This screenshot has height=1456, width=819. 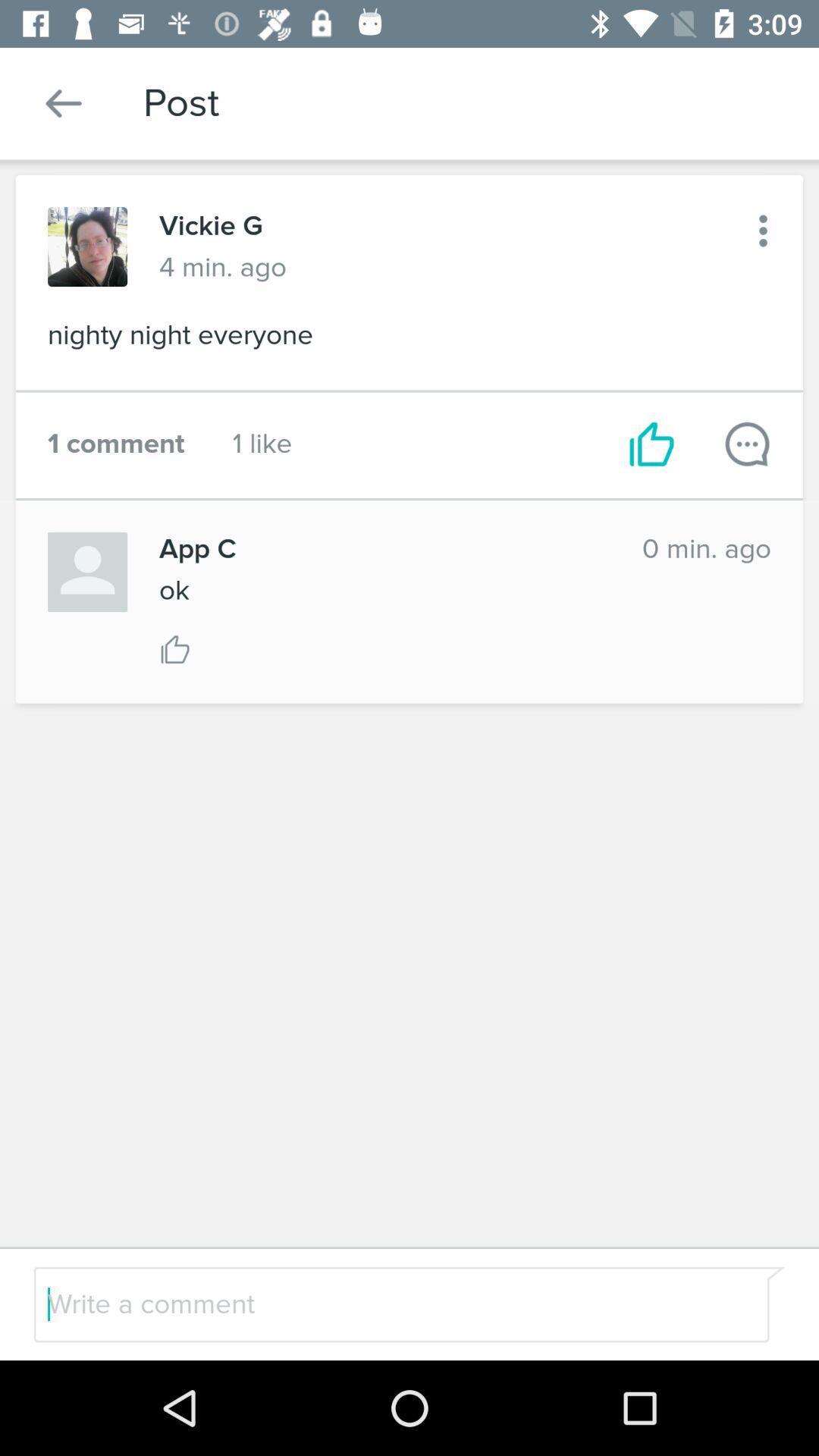 I want to click on ok item, so click(x=173, y=589).